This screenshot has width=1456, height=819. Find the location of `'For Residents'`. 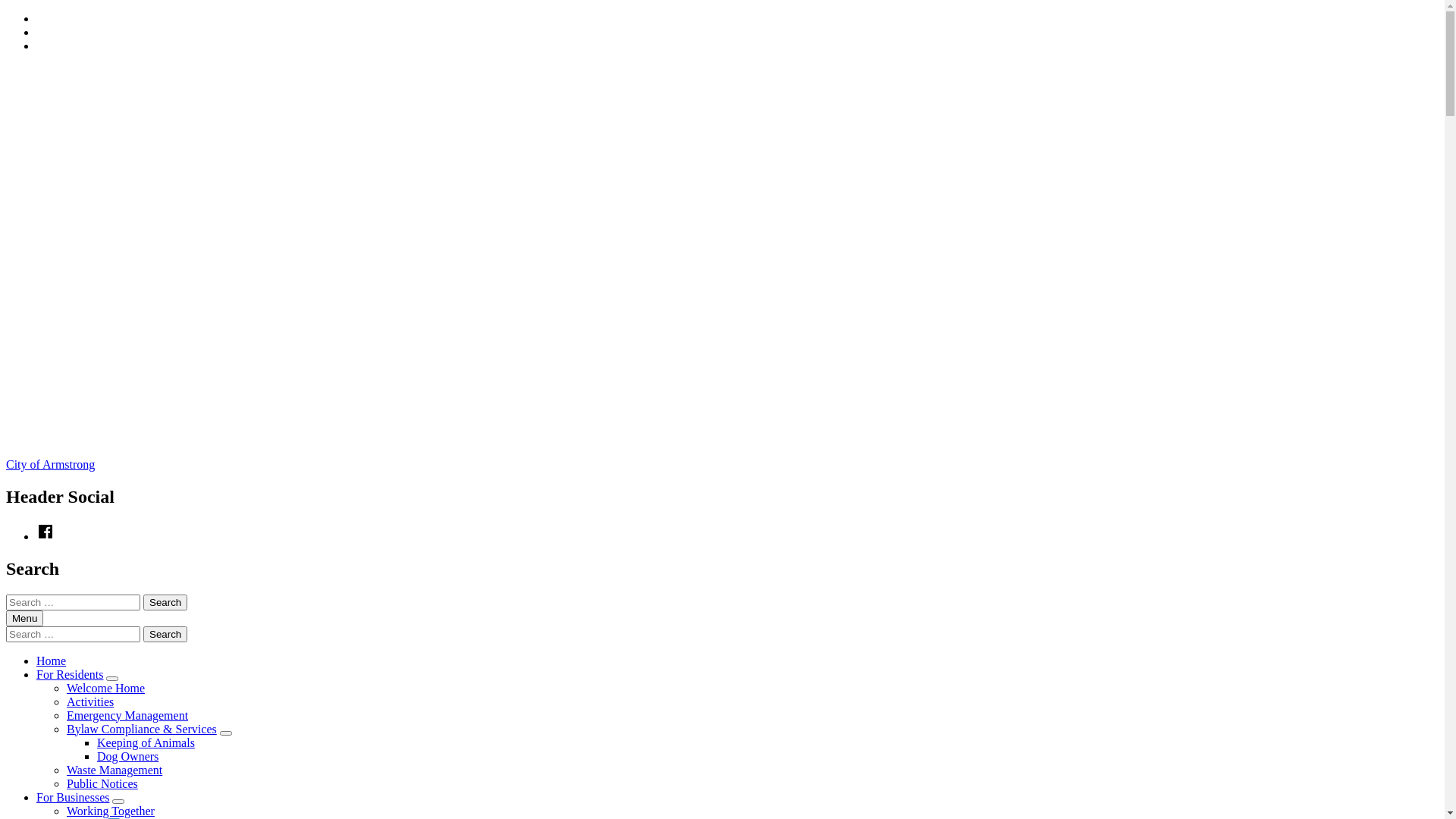

'For Residents' is located at coordinates (68, 673).